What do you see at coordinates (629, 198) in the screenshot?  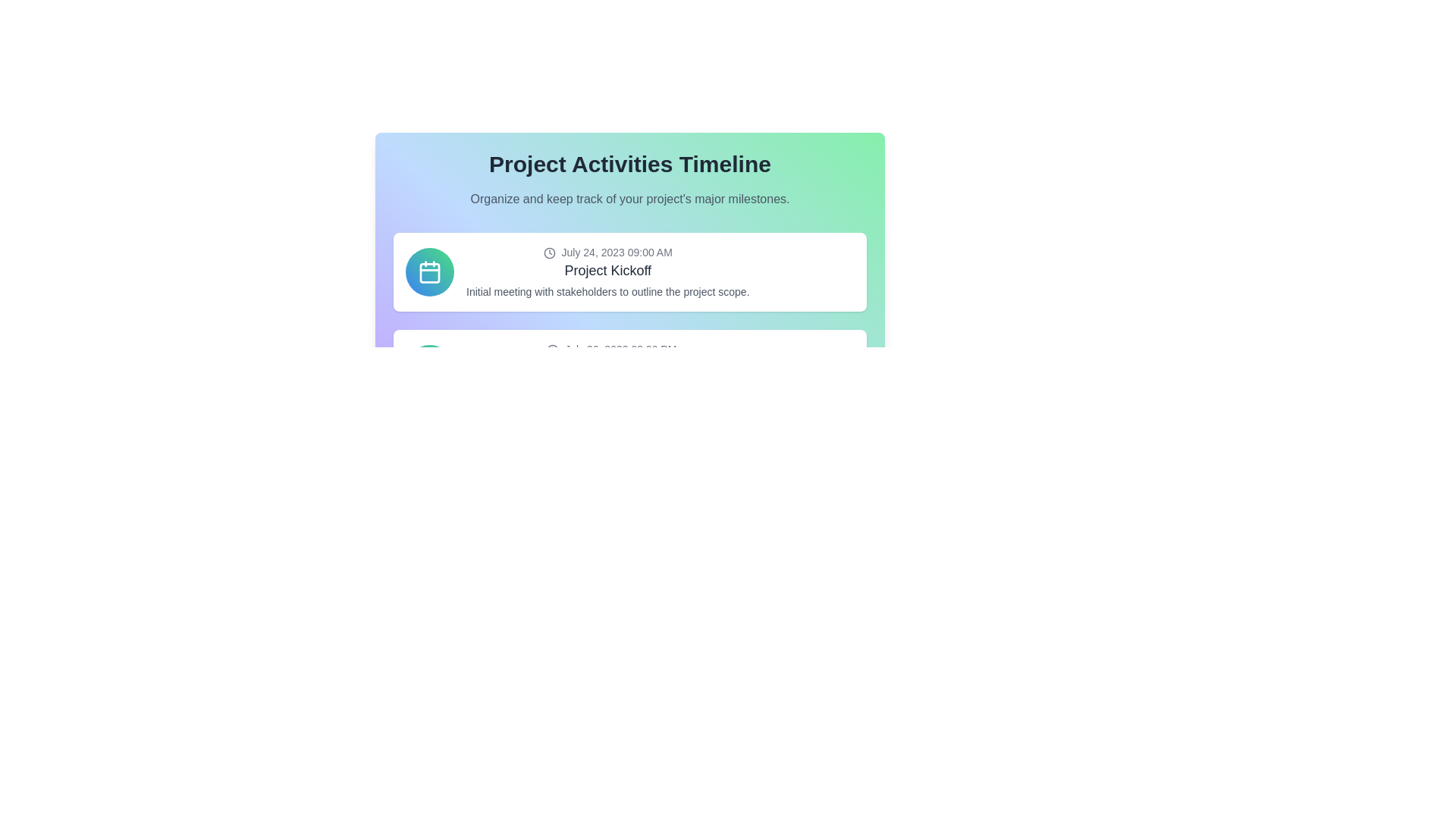 I see `the static text element that contains the content 'Organize and keep track of your project's major milestones.' which is located below the heading 'Project Activities Timeline'` at bounding box center [629, 198].